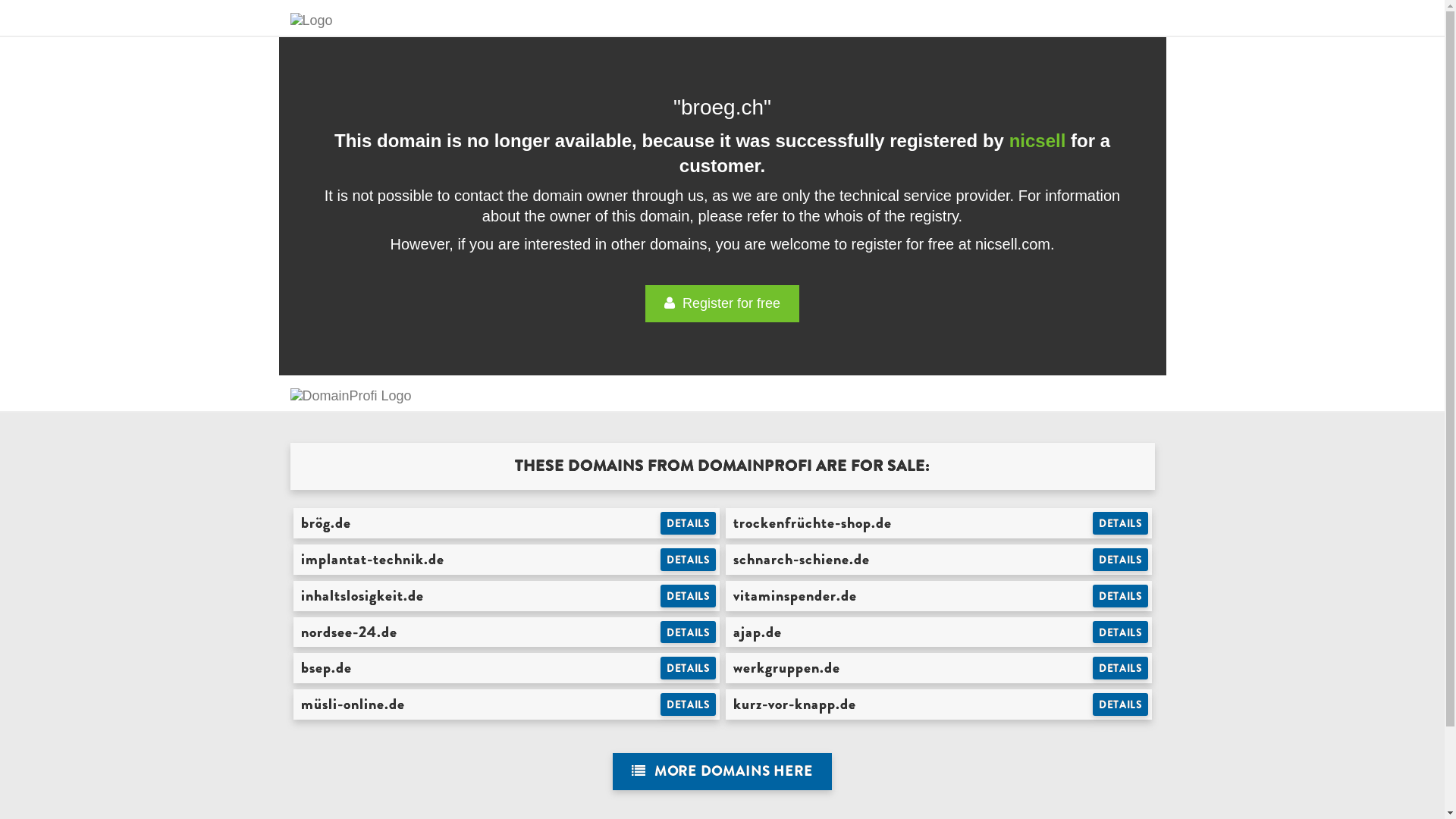  Describe the element at coordinates (660, 595) in the screenshot. I see `'DETAILS'` at that location.